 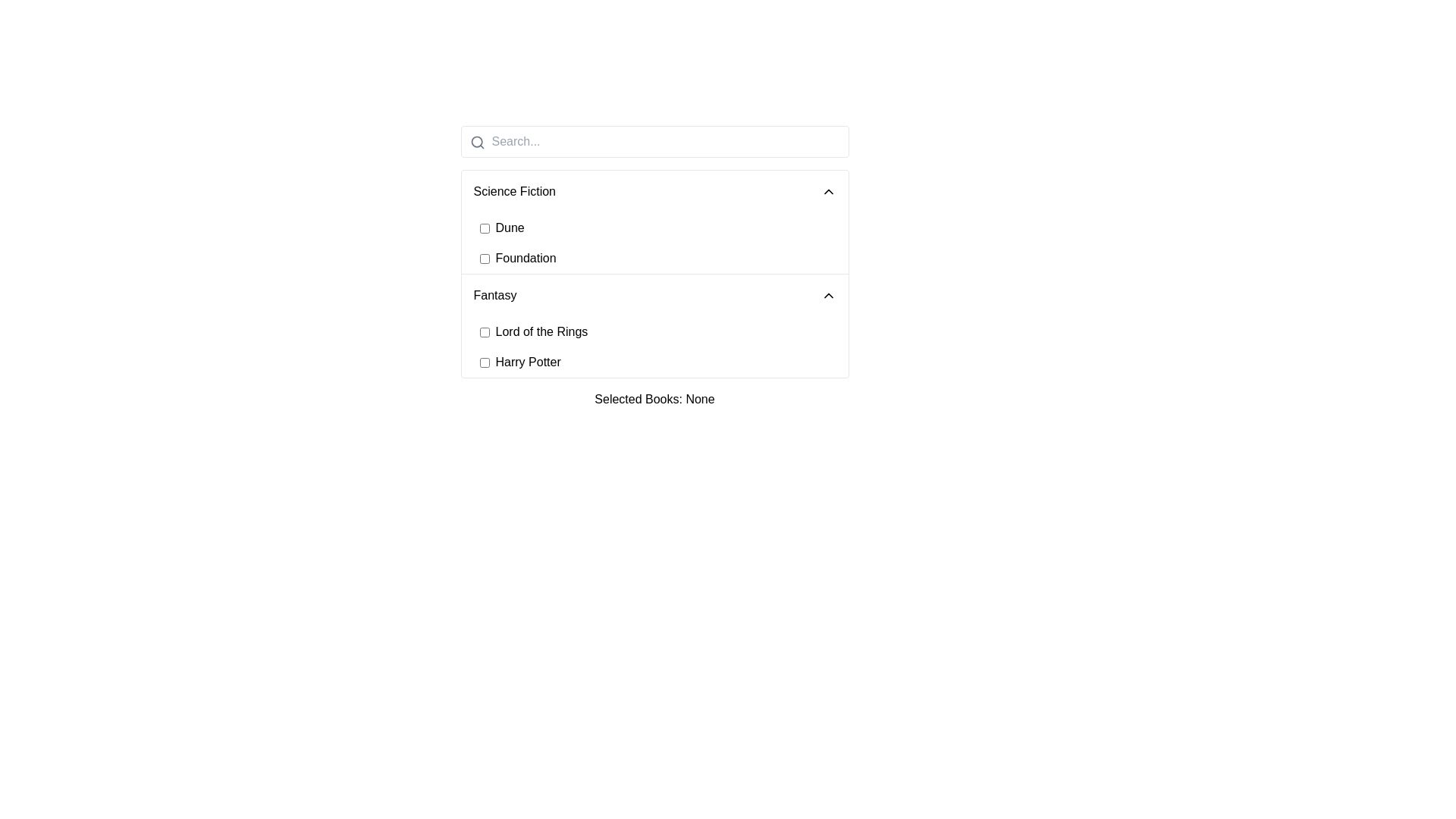 What do you see at coordinates (476, 143) in the screenshot?
I see `the search icon located in the upper-left corner of the 'Search' input box` at bounding box center [476, 143].